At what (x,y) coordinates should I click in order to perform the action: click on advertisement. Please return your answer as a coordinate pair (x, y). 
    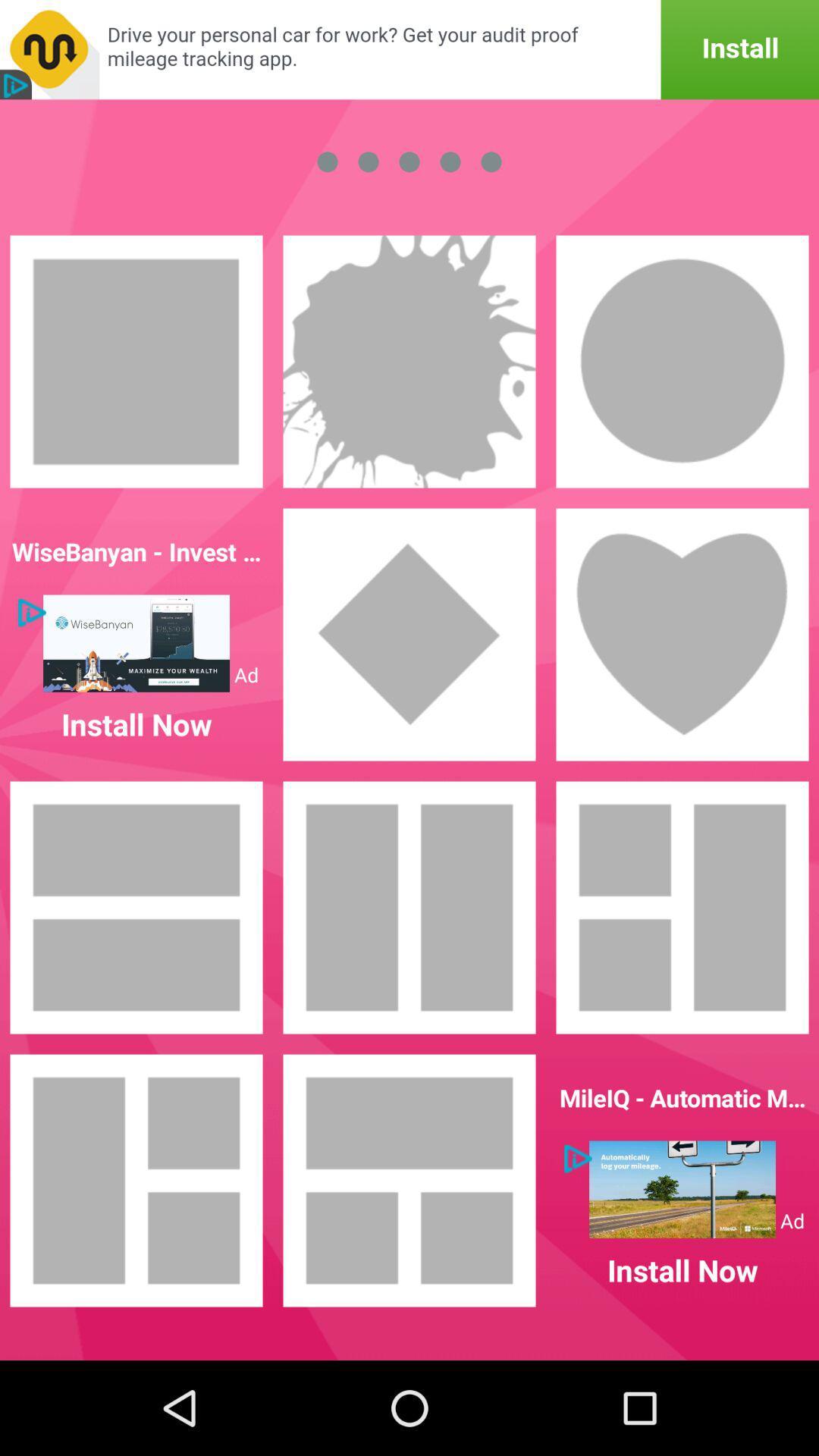
    Looking at the image, I should click on (409, 49).